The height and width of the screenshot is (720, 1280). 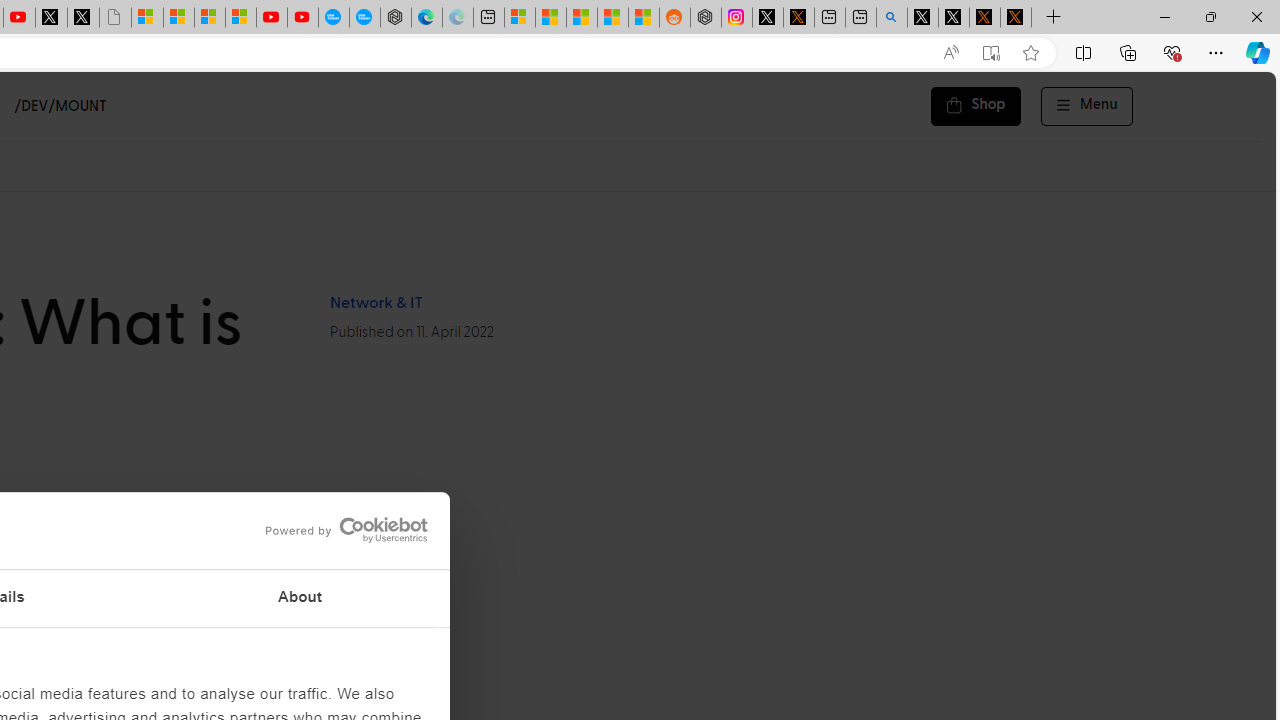 What do you see at coordinates (891, 17) in the screenshot?
I see `'github - Search'` at bounding box center [891, 17].